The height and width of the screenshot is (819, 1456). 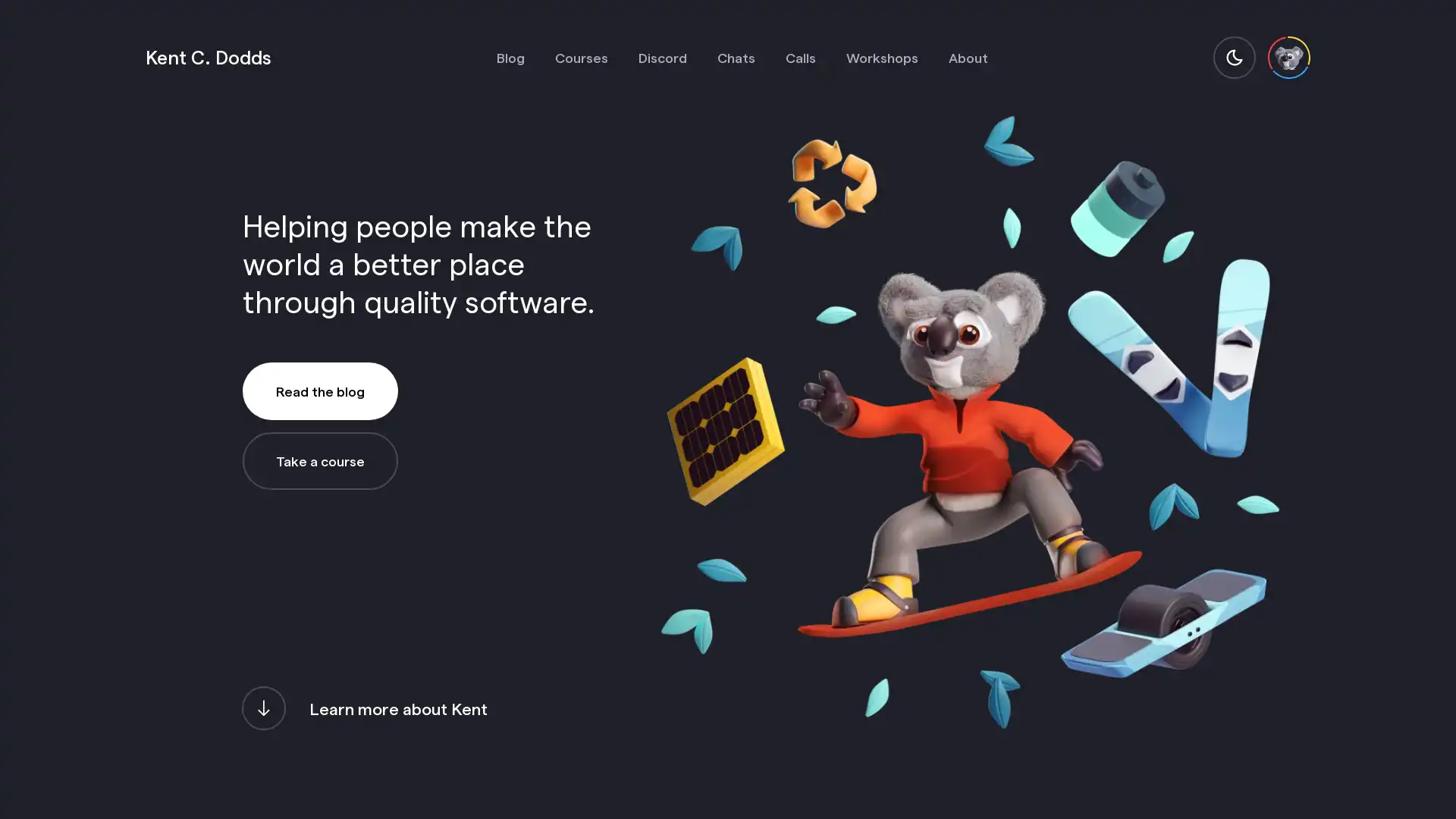 I want to click on switch to light mode, so click(x=1234, y=57).